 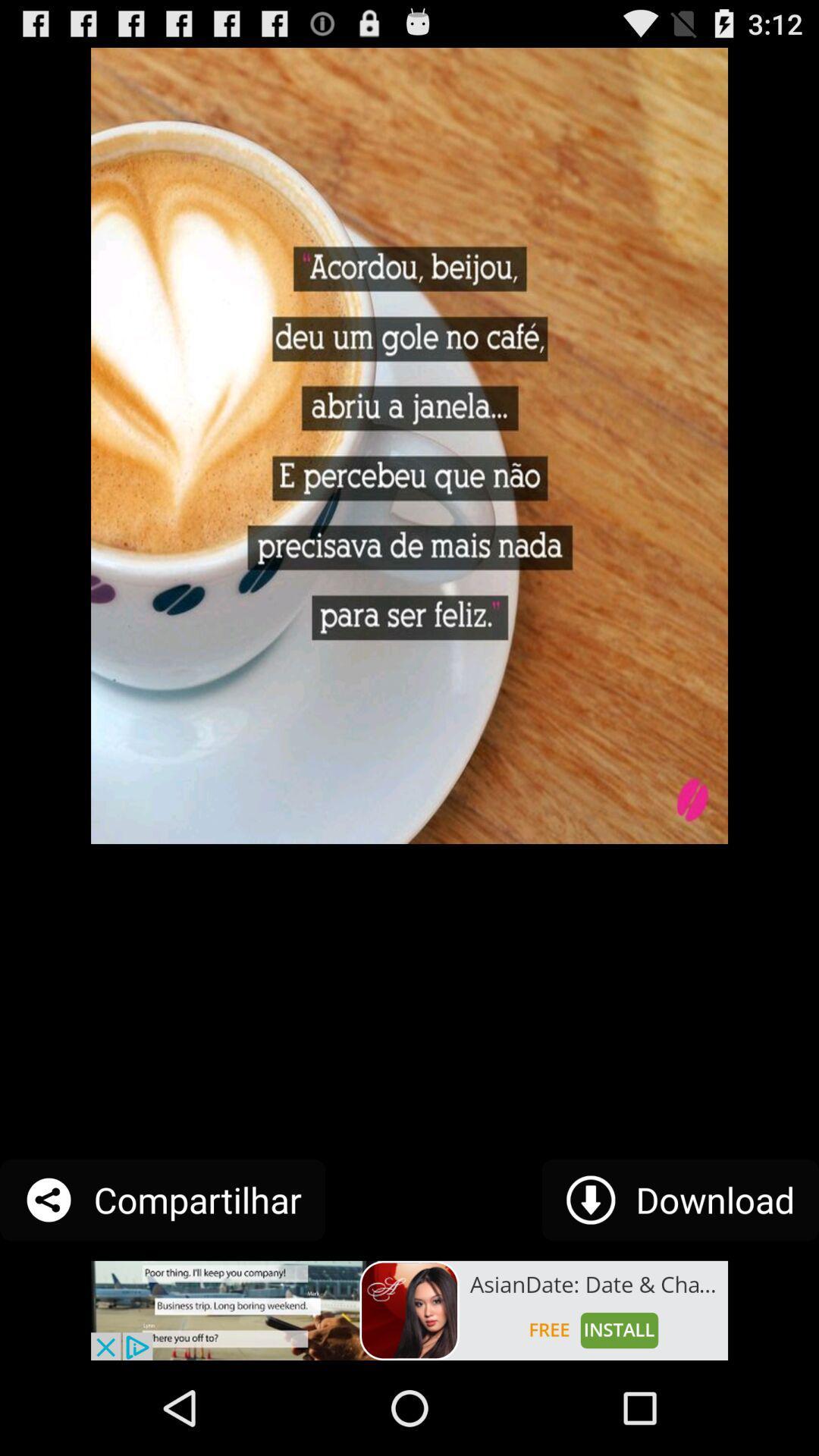 I want to click on advertisement, so click(x=409, y=1310).